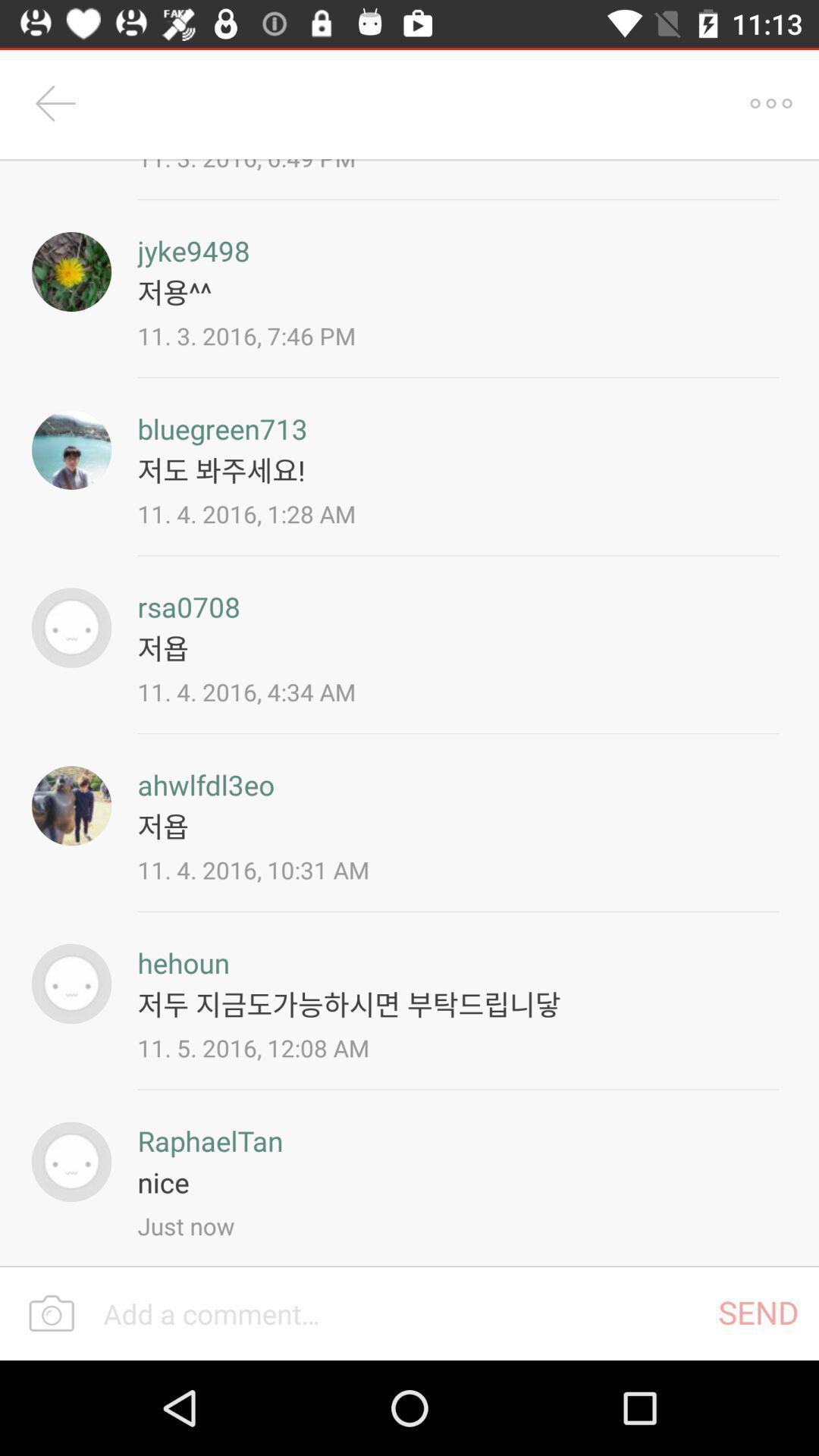 The height and width of the screenshot is (1456, 819). What do you see at coordinates (71, 1161) in the screenshot?
I see `profile` at bounding box center [71, 1161].